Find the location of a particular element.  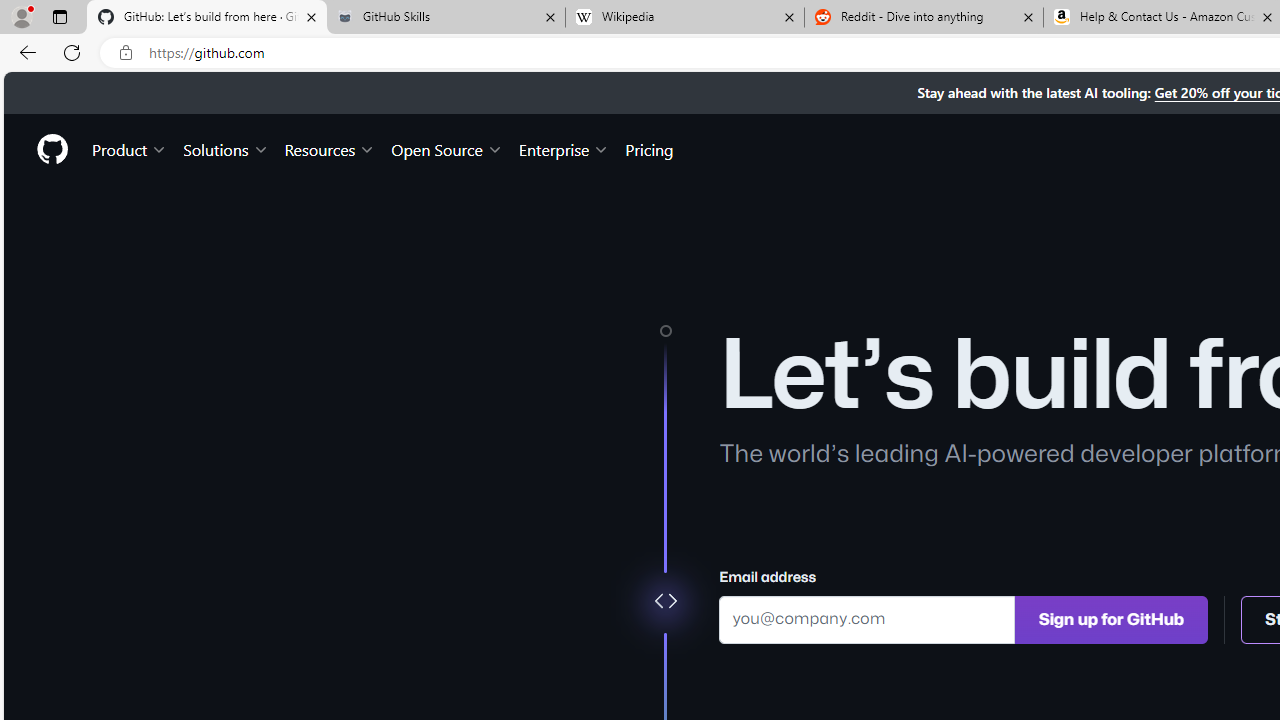

'Email address' is located at coordinates (867, 618).